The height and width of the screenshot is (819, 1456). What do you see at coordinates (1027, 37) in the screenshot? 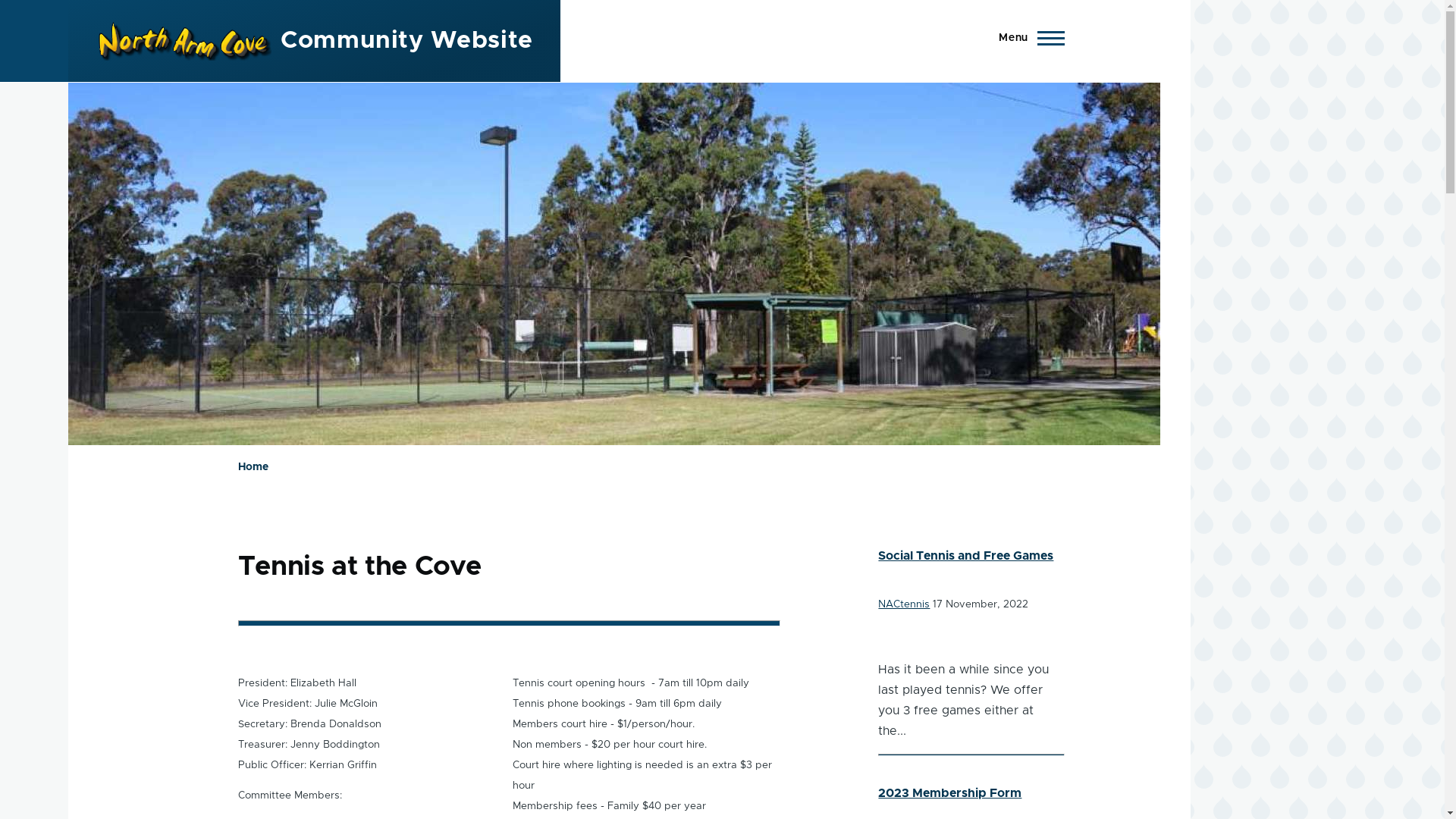
I see `'Menu'` at bounding box center [1027, 37].